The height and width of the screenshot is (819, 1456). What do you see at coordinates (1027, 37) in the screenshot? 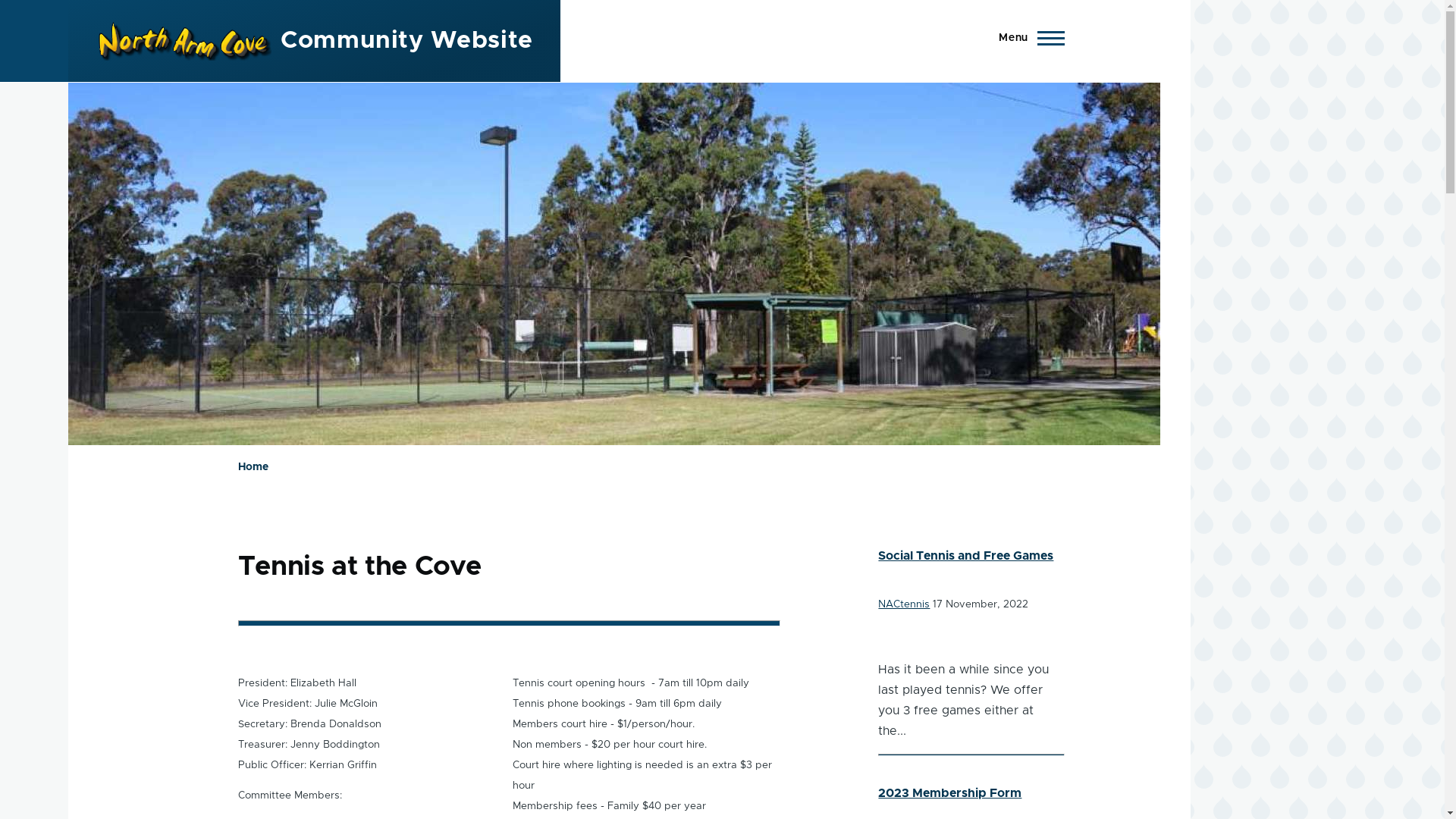
I see `'Menu'` at bounding box center [1027, 37].